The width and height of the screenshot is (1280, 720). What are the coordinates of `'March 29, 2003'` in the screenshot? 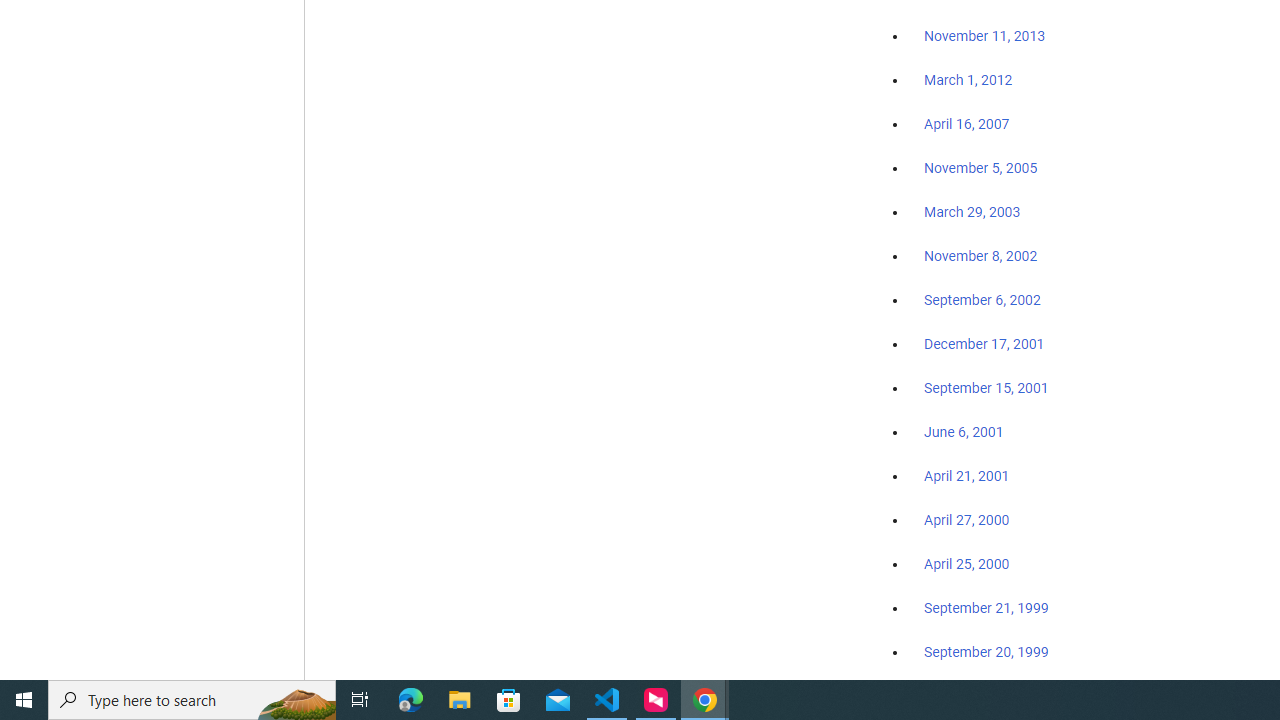 It's located at (972, 212).